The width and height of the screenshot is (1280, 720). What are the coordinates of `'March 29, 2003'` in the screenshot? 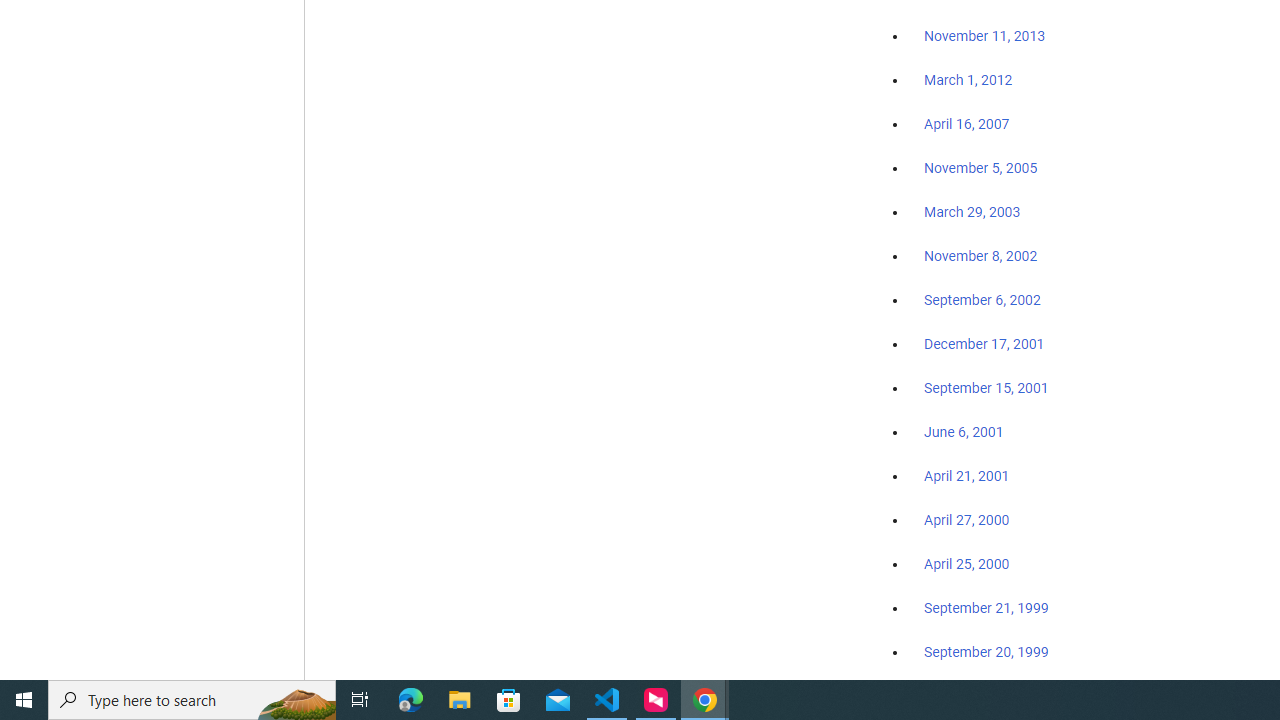 It's located at (972, 212).